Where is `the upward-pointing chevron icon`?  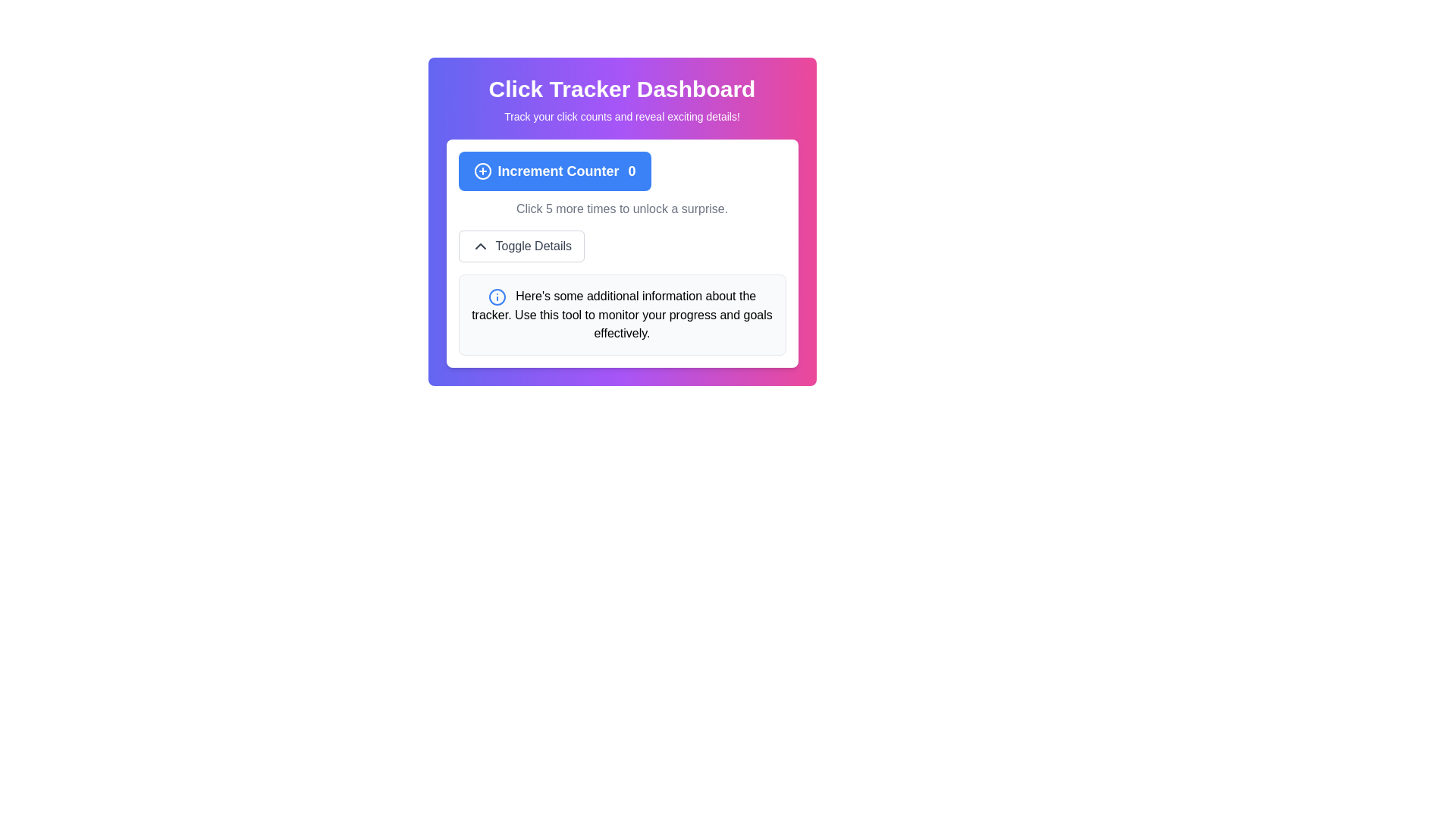 the upward-pointing chevron icon is located at coordinates (479, 245).